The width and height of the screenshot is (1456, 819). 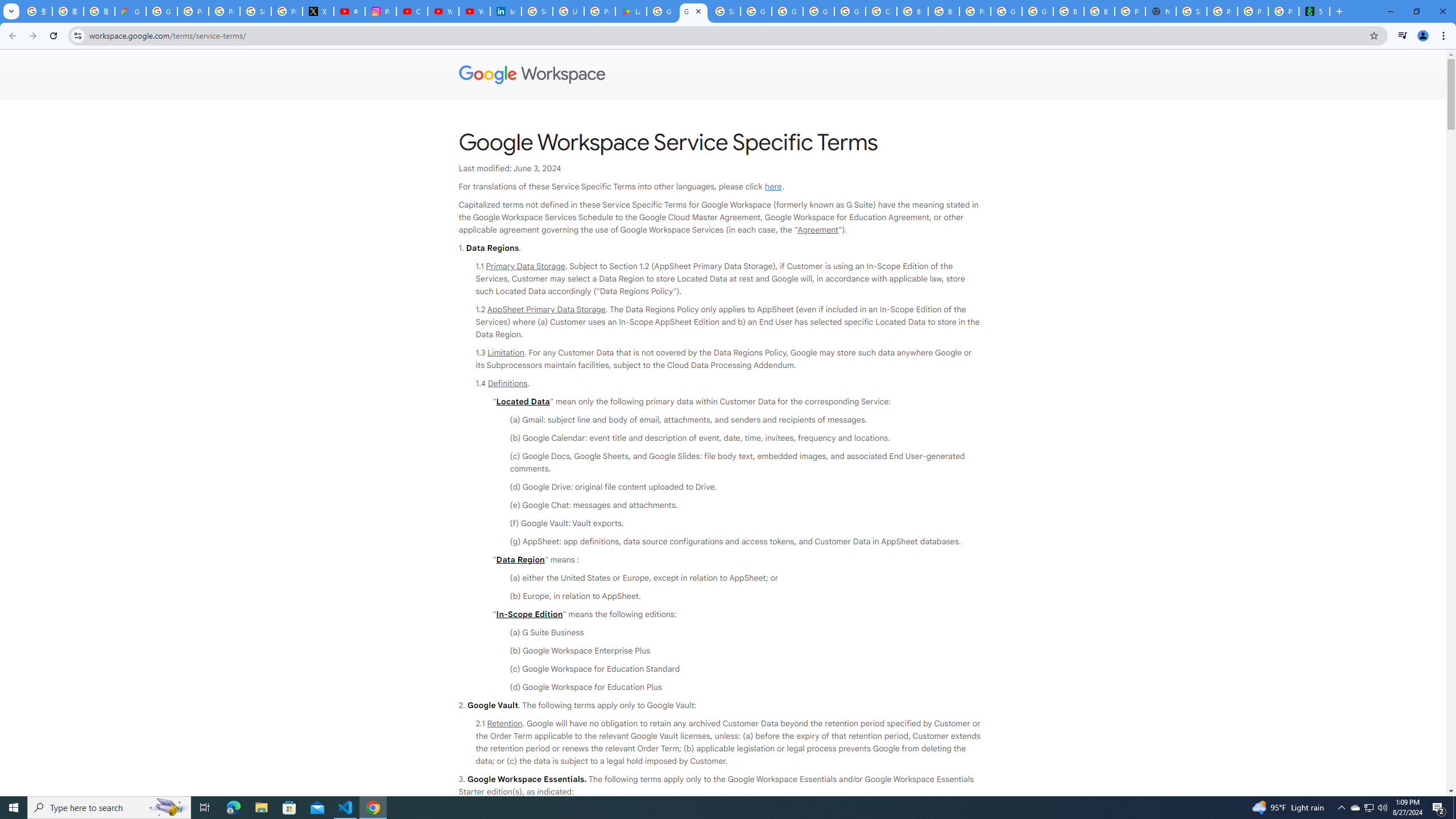 I want to click on 'Google Workspace - Specific Terms', so click(x=693, y=11).